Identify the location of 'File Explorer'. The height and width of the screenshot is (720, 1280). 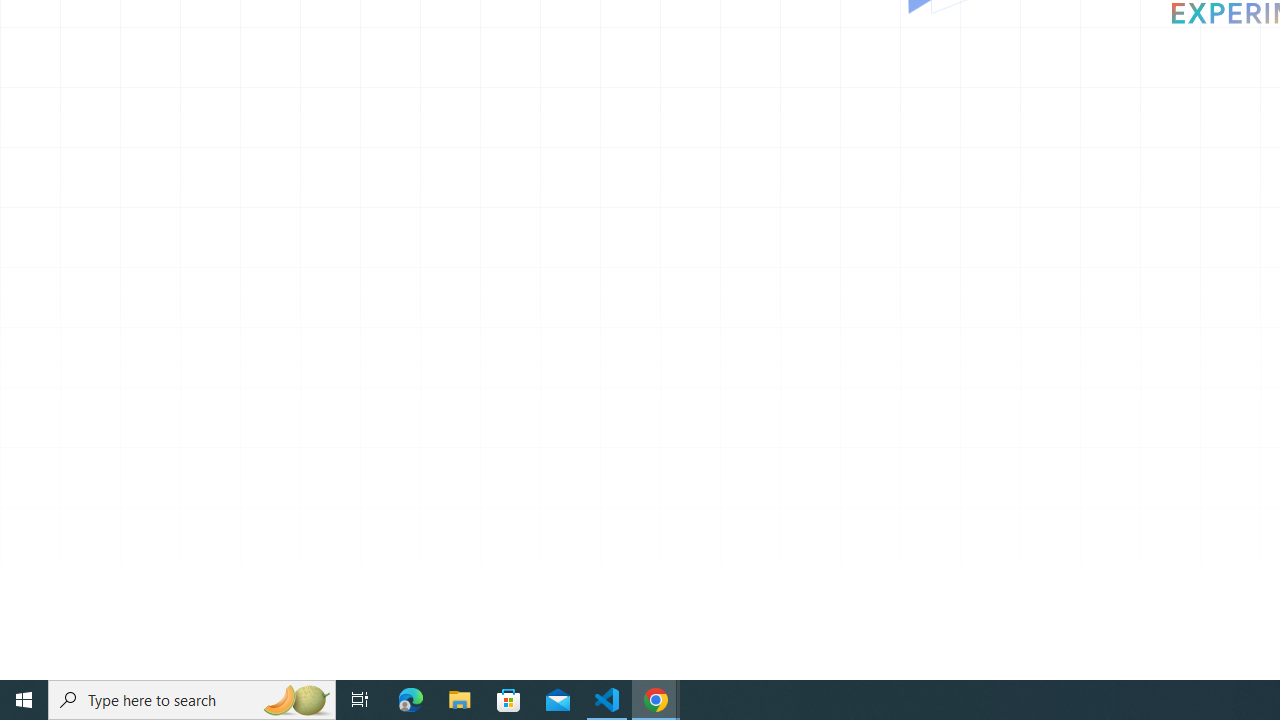
(459, 698).